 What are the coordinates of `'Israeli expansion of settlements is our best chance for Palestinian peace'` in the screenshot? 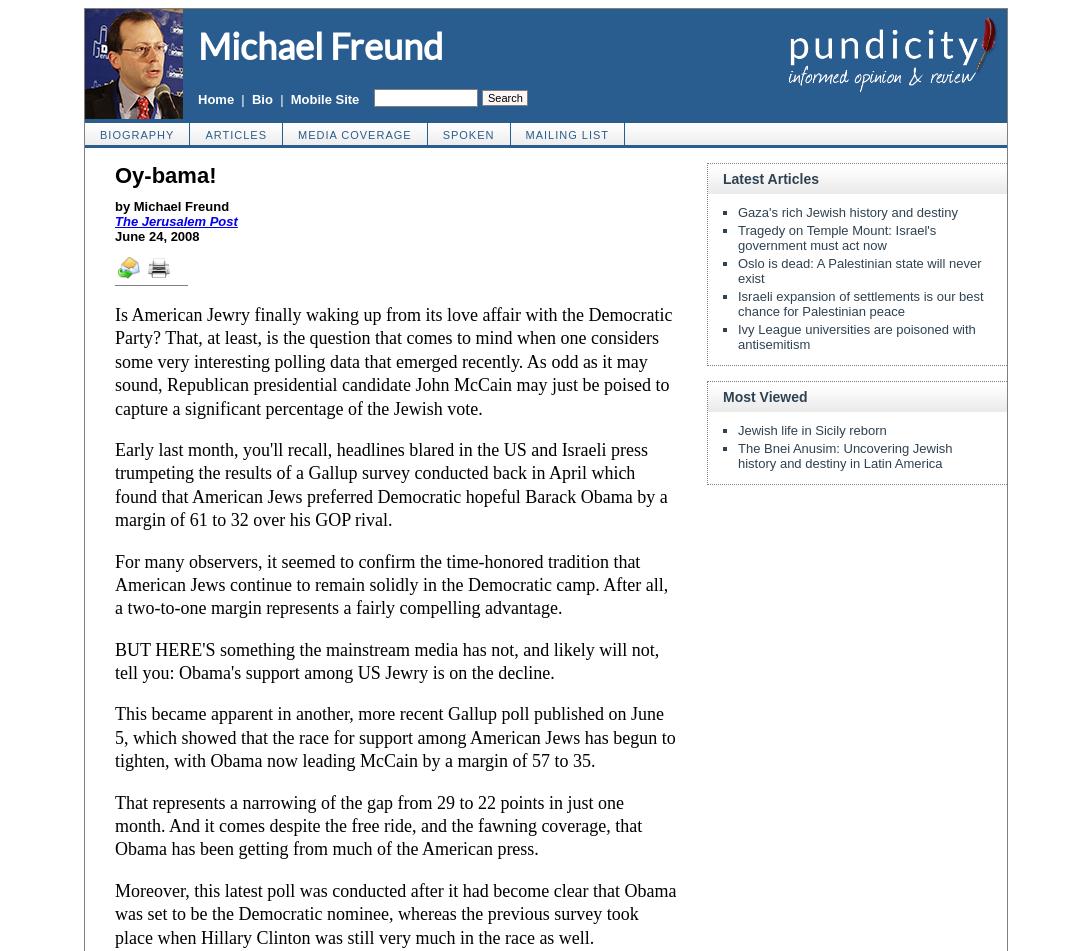 It's located at (737, 304).